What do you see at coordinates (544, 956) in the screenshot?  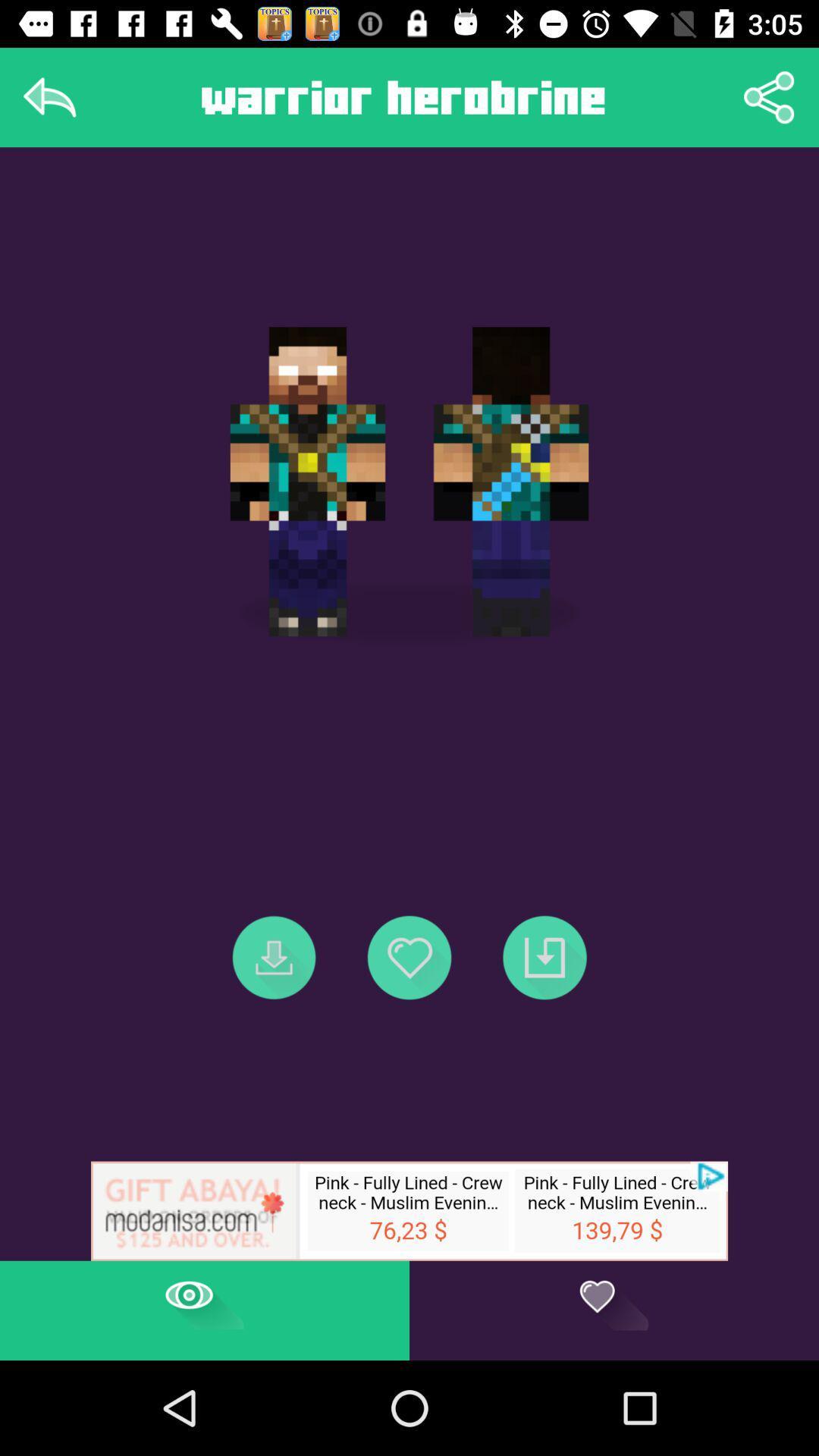 I see `the file_download icon` at bounding box center [544, 956].